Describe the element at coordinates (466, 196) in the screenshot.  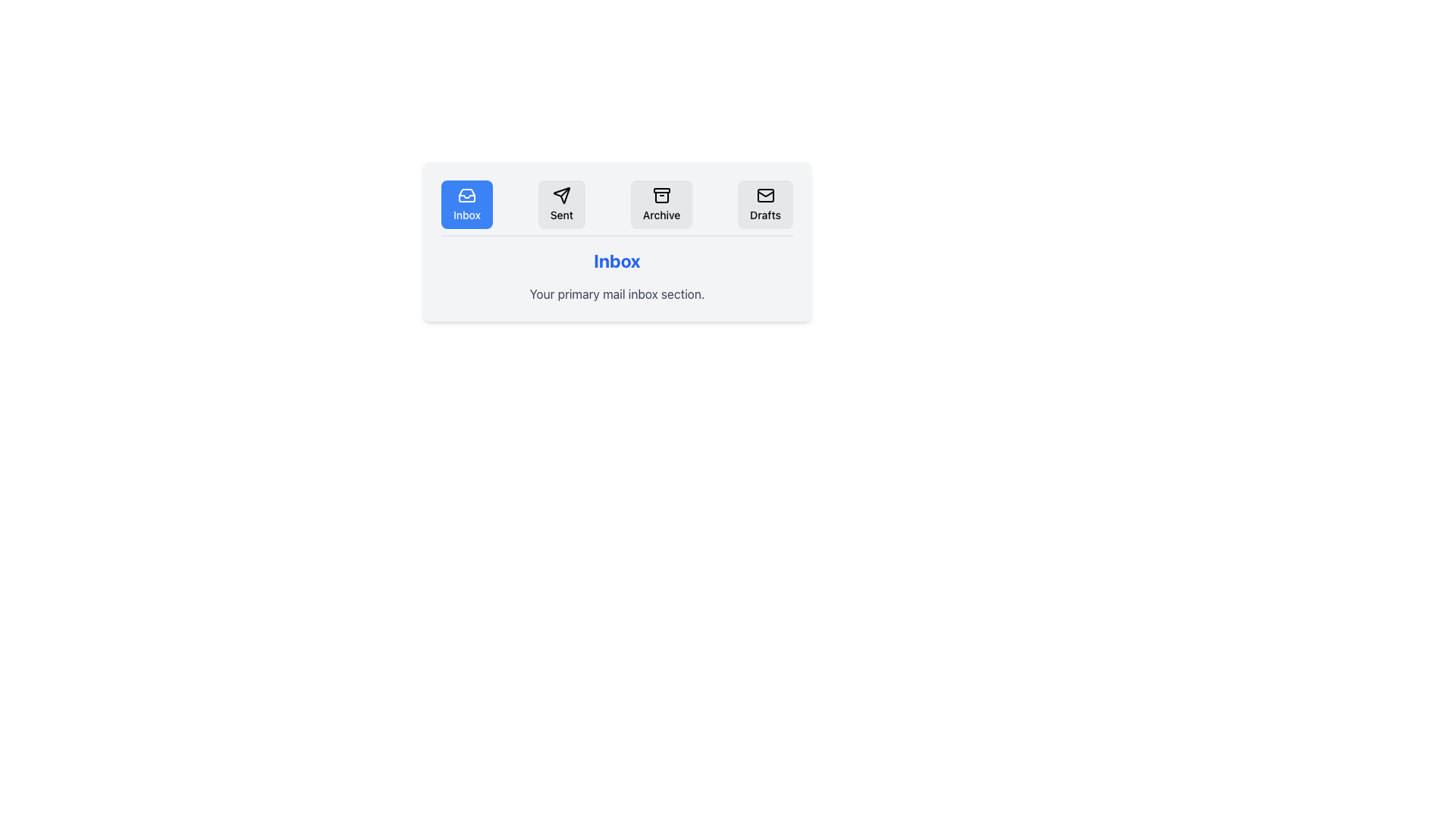
I see `the inbox icon decoration located in the first tab of the top row, directly below the 'Inbox' tab label` at that location.